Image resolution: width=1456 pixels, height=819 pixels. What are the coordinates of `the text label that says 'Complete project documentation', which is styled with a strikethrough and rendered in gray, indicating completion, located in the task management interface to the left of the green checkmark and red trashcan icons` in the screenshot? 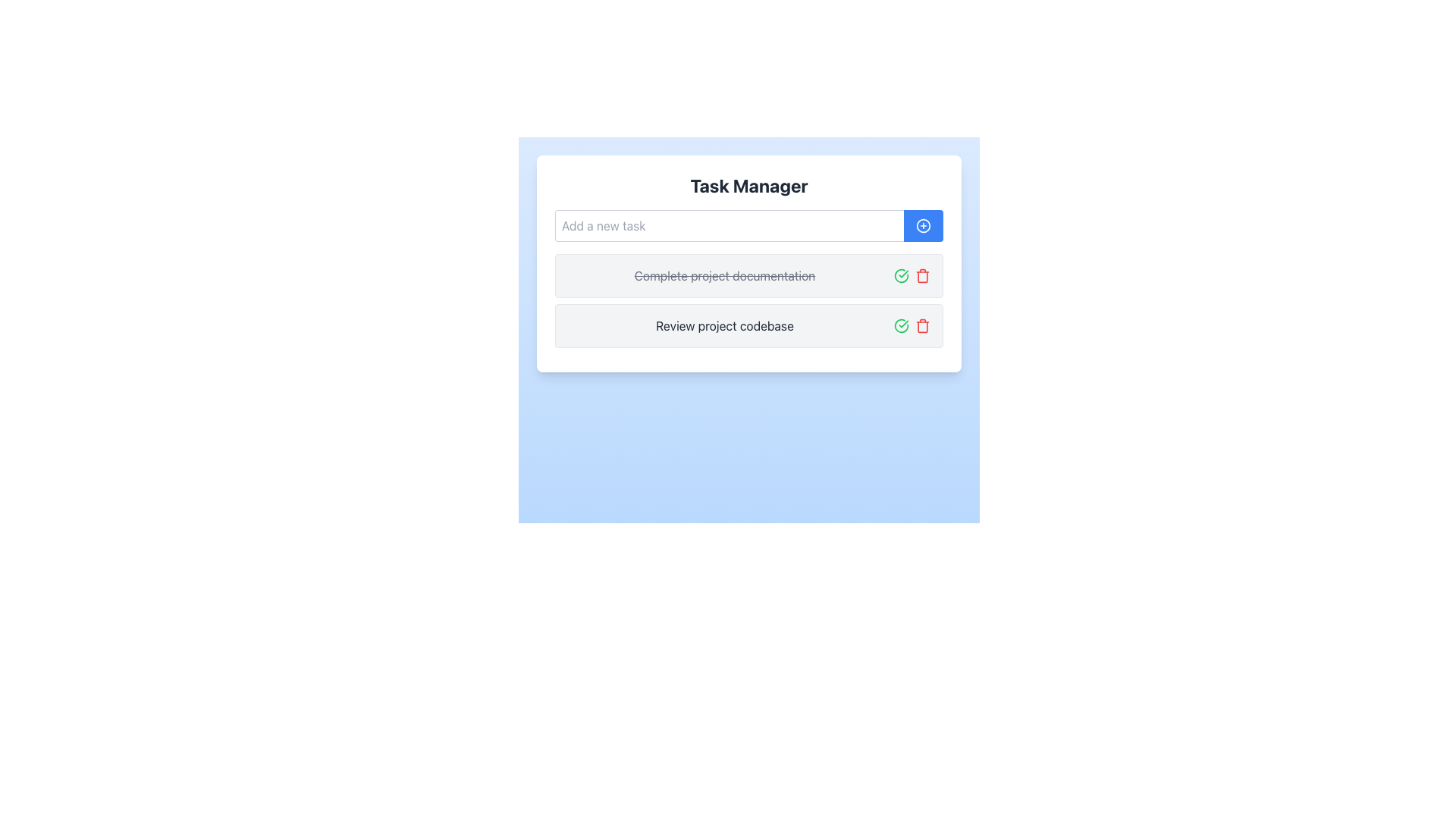 It's located at (723, 275).